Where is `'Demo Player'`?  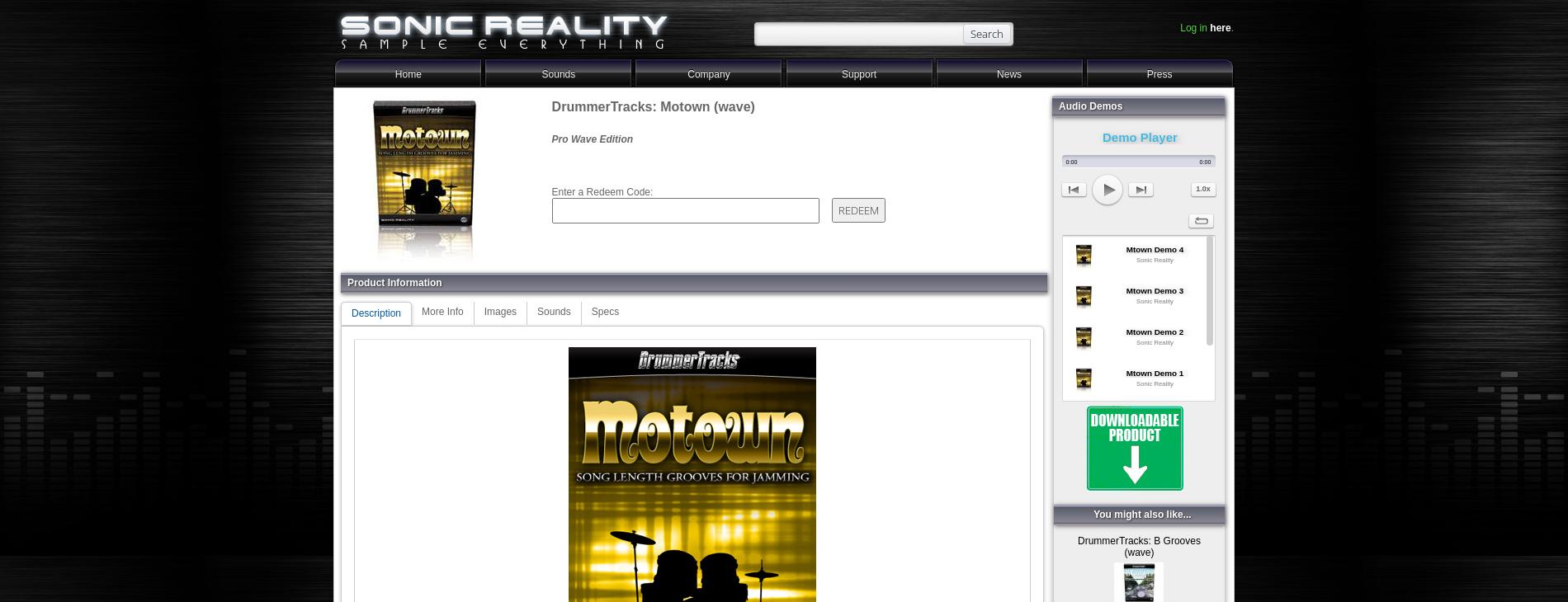
'Demo Player' is located at coordinates (1138, 135).